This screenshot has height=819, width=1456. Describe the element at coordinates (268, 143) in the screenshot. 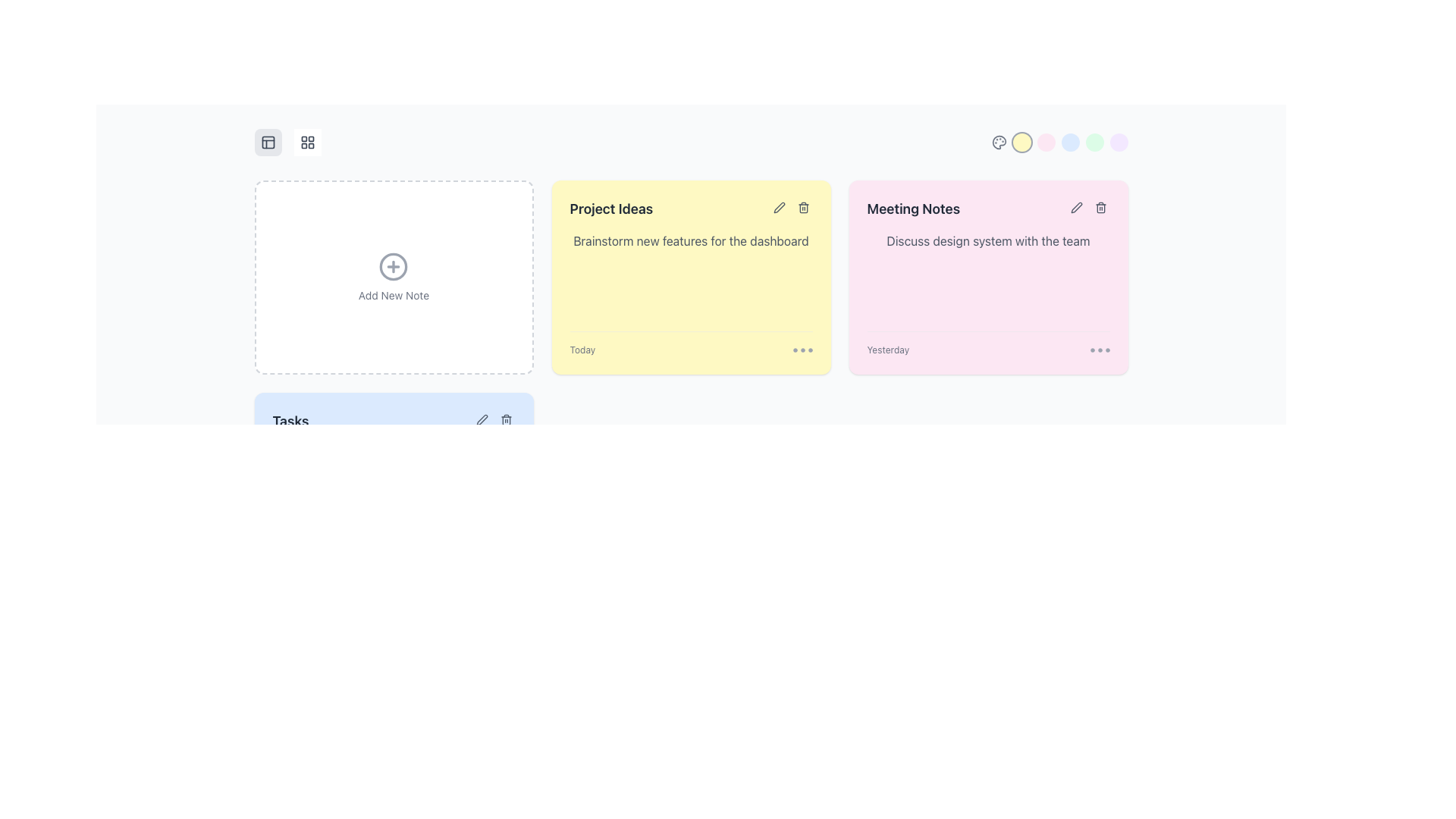

I see `the icon button that resembles a panel or layout with shaded sections, located at the top-left corner of the interface area` at that location.